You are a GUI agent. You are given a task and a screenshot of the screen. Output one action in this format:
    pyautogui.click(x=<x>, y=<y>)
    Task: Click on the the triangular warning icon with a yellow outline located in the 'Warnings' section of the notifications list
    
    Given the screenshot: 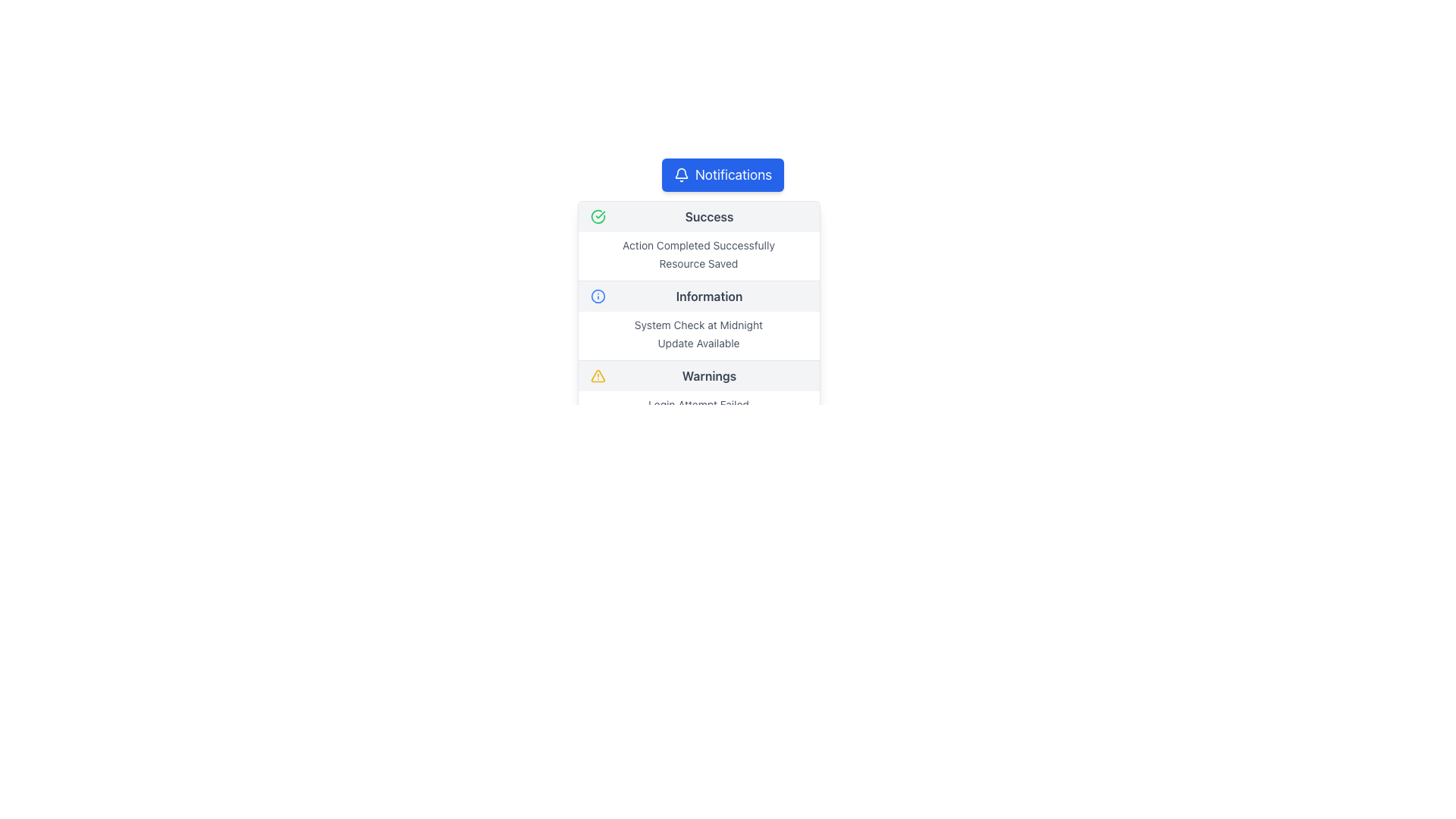 What is the action you would take?
    pyautogui.click(x=597, y=375)
    